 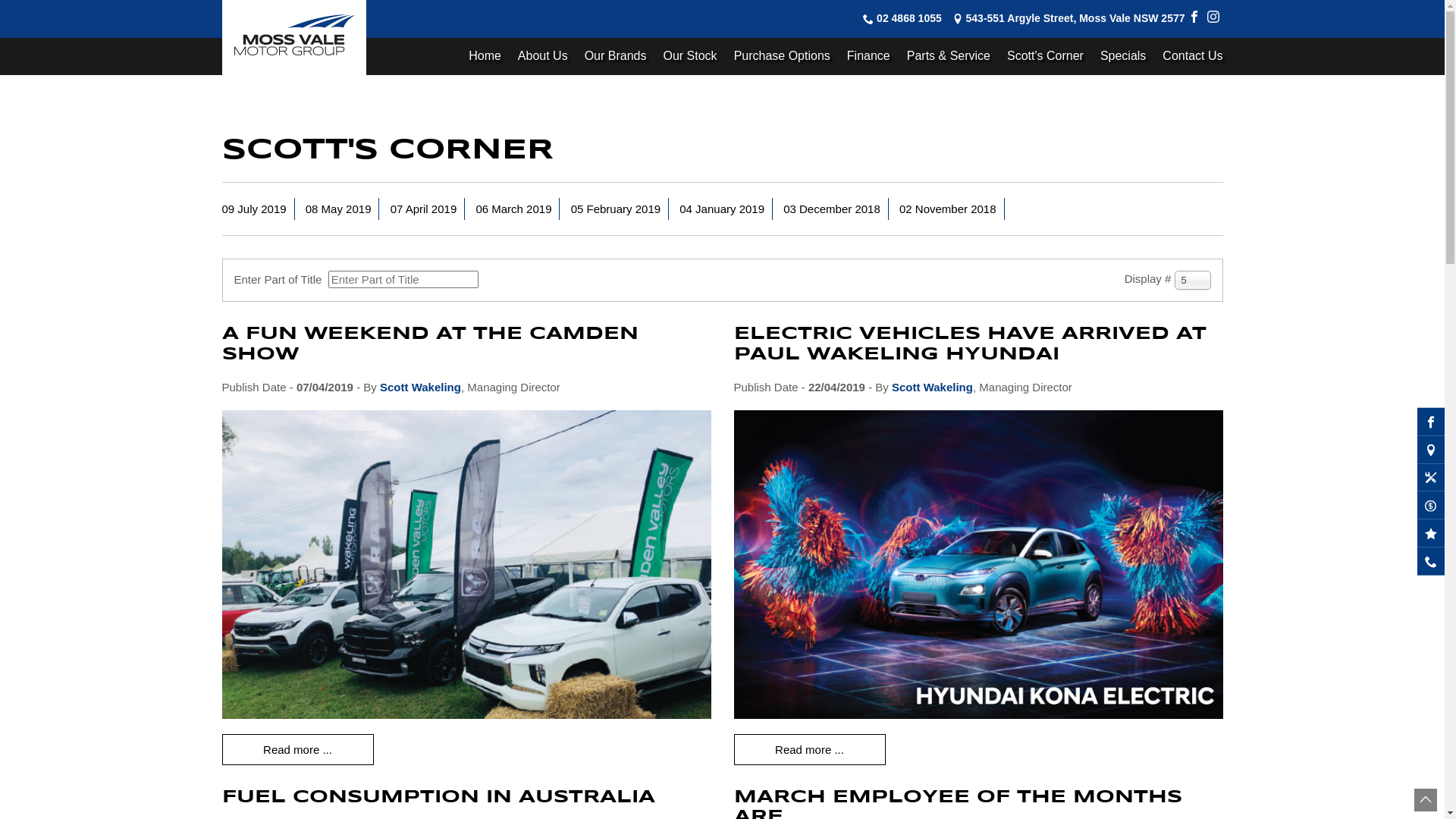 I want to click on '543-551 Argyle Street, Moss Vale NSW 2577', so click(x=965, y=18).